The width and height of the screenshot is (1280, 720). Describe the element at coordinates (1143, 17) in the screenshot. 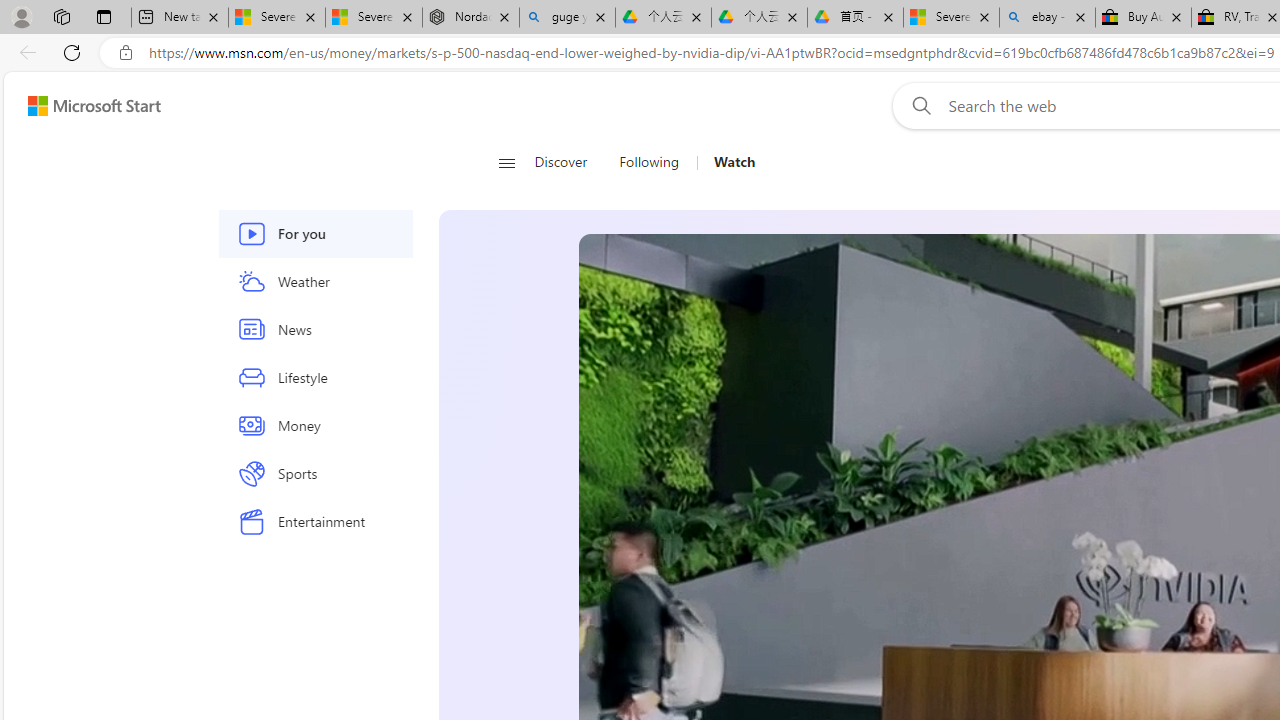

I see `'Buy Auto Parts & Accessories | eBay'` at that location.